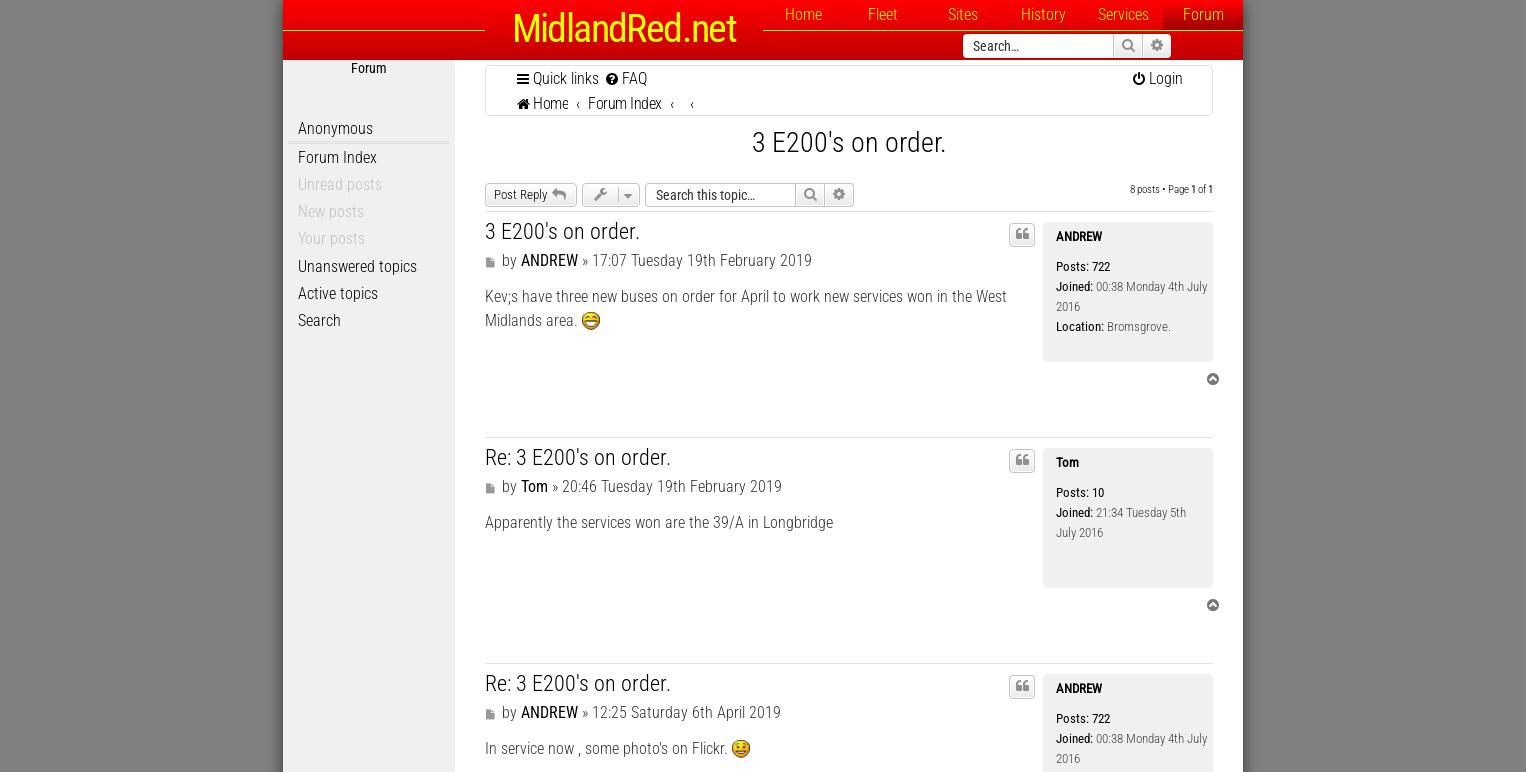  I want to click on '21:34 Tuesday 5th July 2016', so click(1118, 522).